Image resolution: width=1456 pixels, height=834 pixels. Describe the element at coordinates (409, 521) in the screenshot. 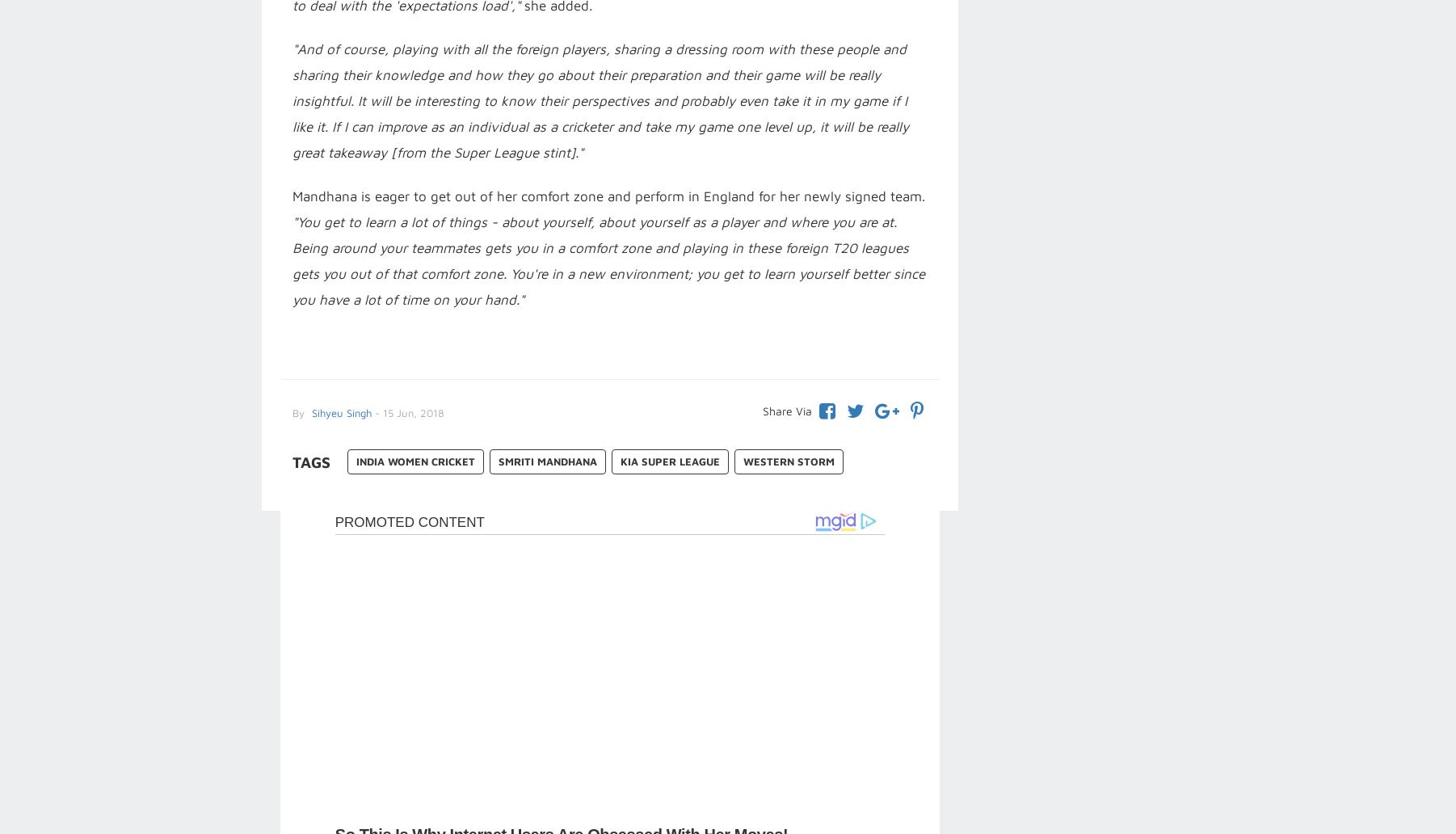

I see `'Promoted Content'` at that location.